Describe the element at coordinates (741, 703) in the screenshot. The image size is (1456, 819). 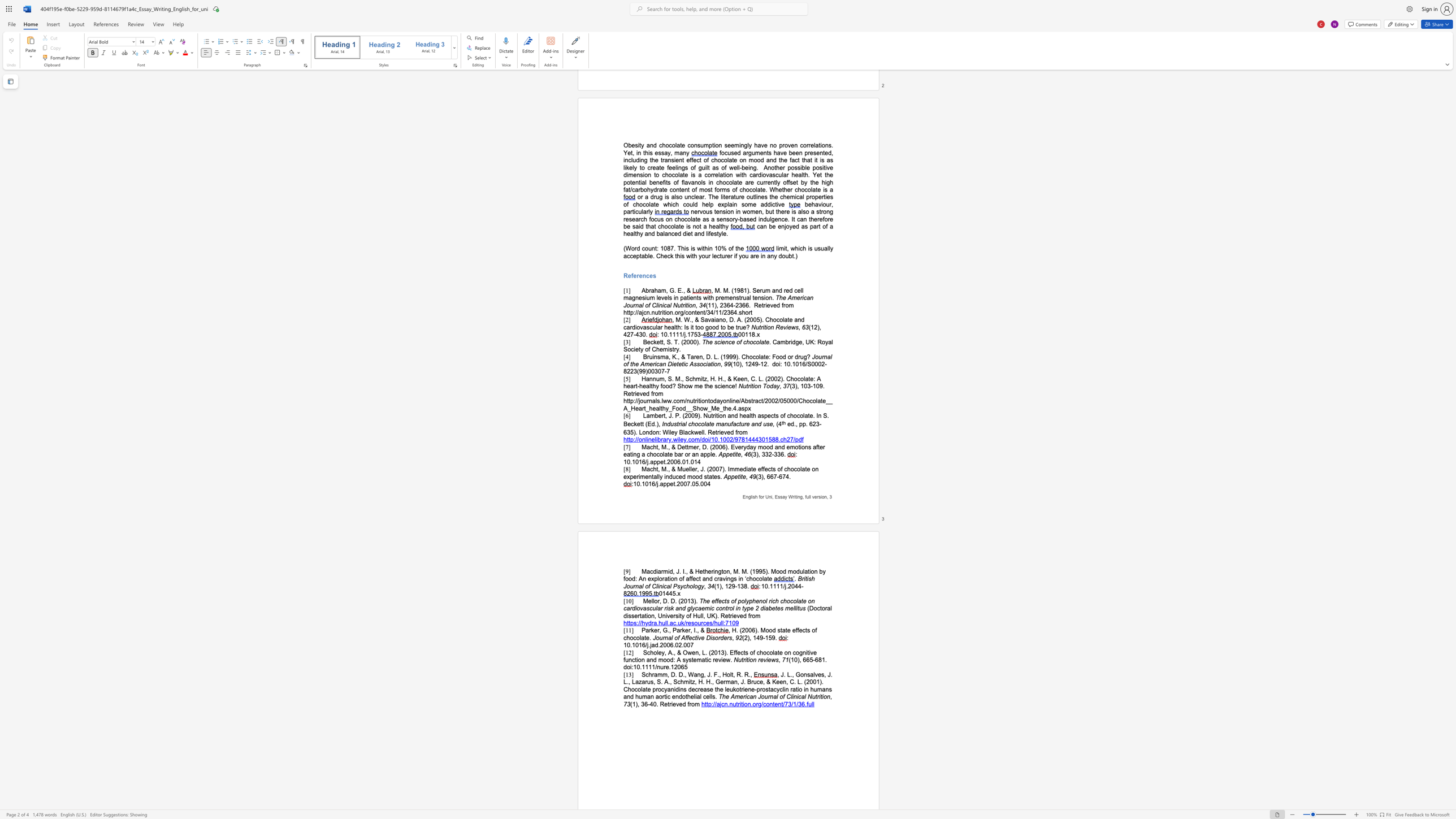
I see `the subset text "tion.org/content/" within the text "http://ajcn.nutrition.org/content/73/1/36.full"` at that location.